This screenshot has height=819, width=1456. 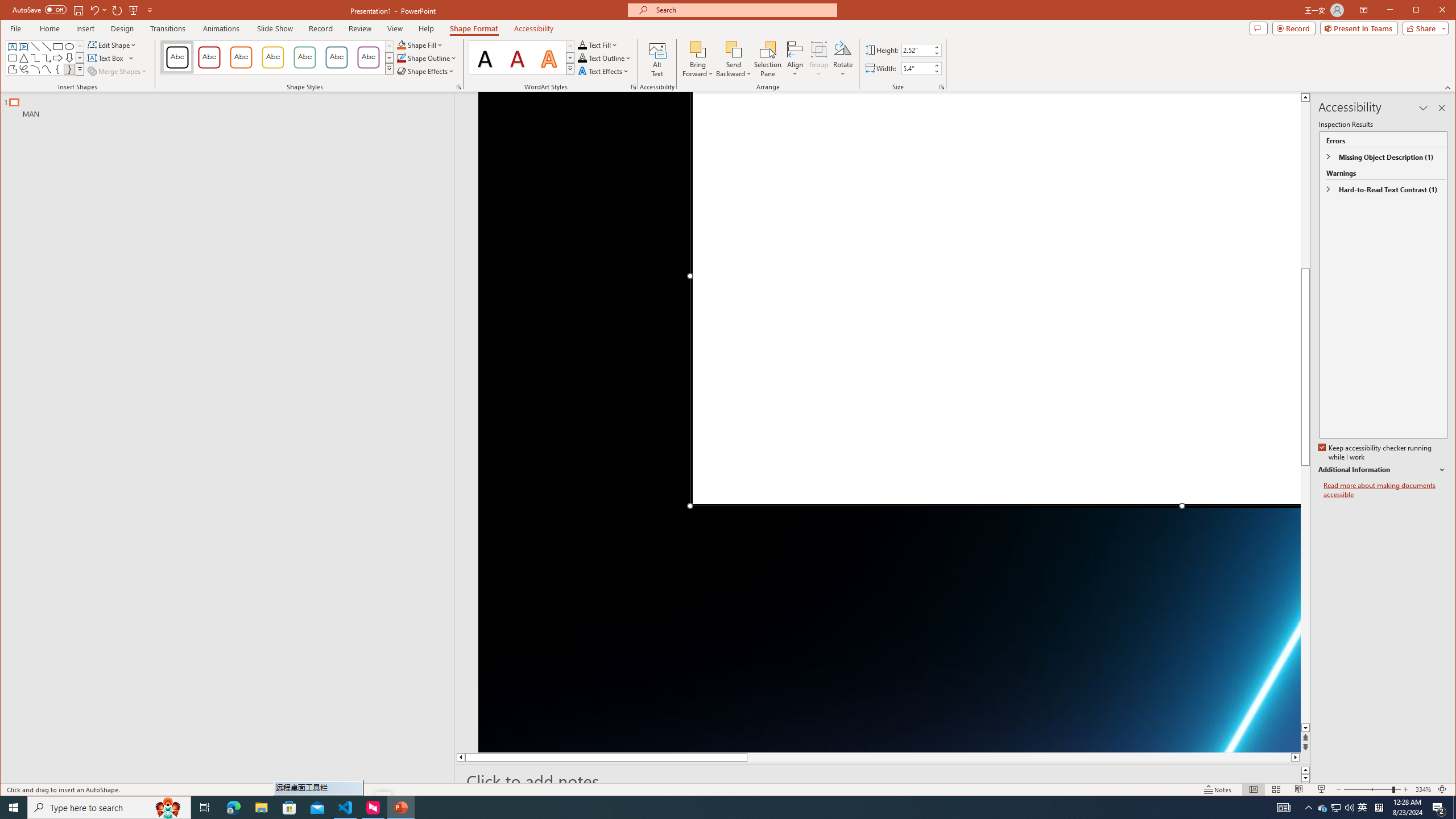 I want to click on 'Rotate', so click(x=842, y=59).